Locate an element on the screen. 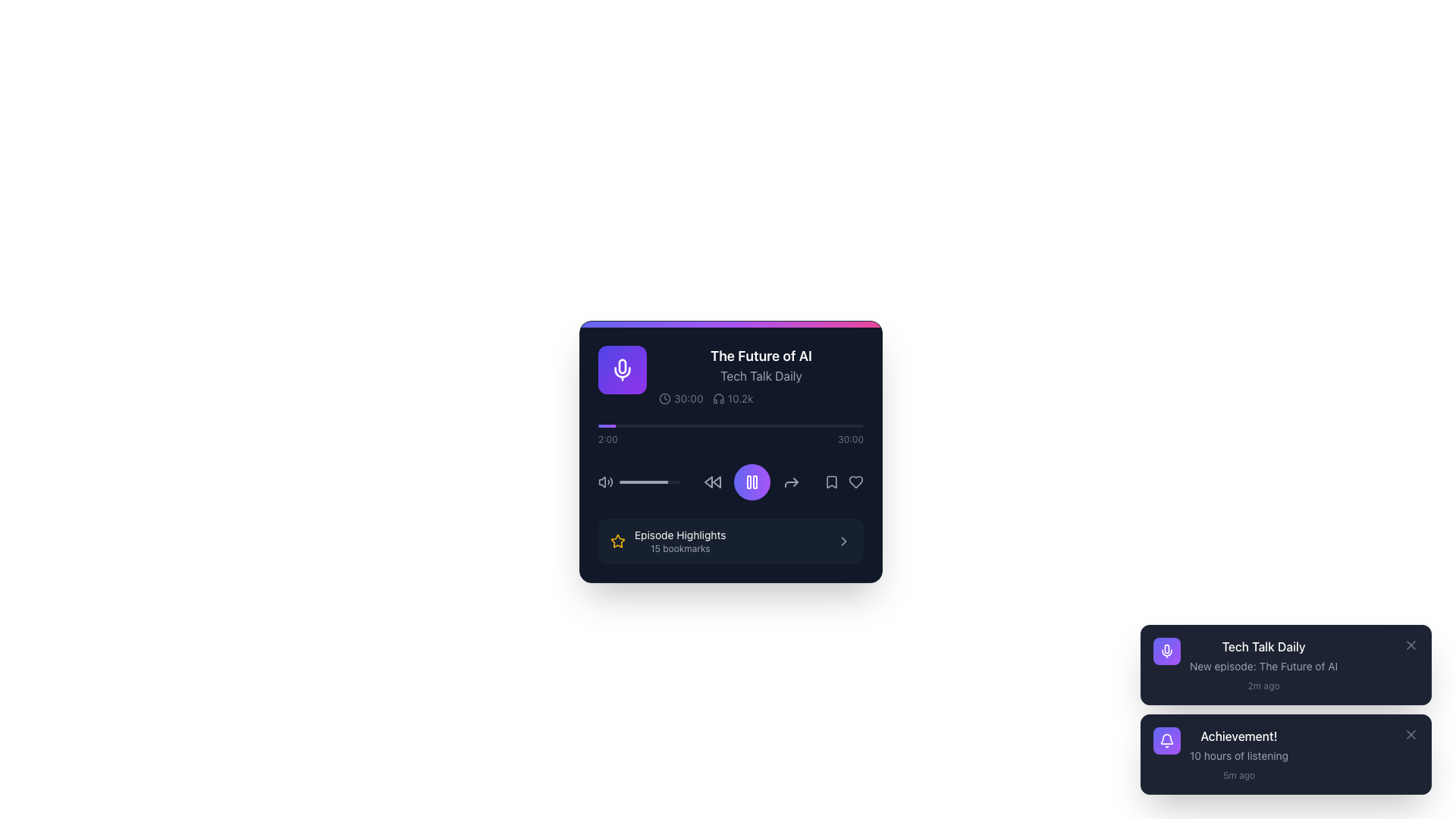 The width and height of the screenshot is (1456, 819). the progress bar is located at coordinates (637, 482).